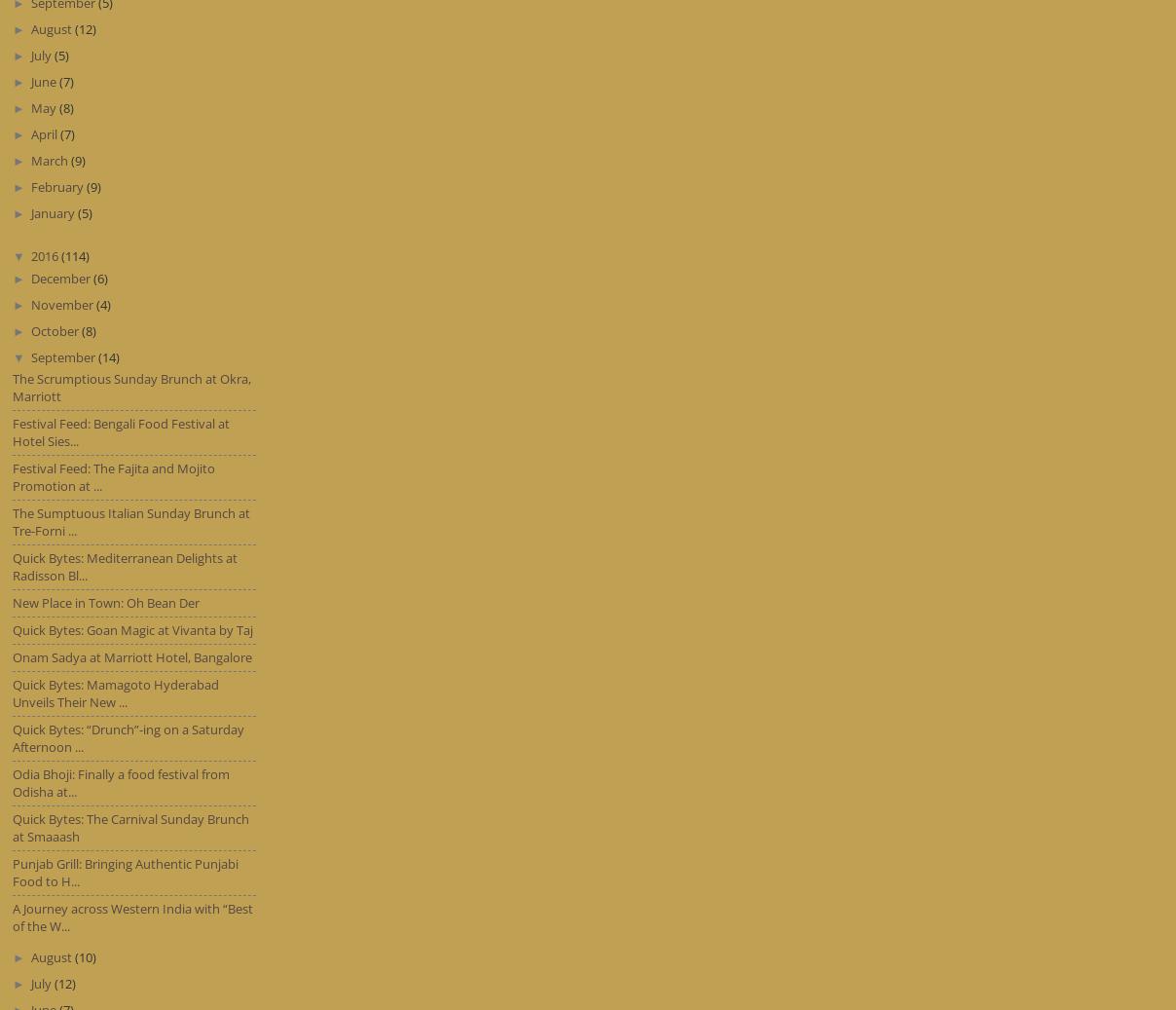 The height and width of the screenshot is (1010, 1176). Describe the element at coordinates (96, 355) in the screenshot. I see `'(14)'` at that location.